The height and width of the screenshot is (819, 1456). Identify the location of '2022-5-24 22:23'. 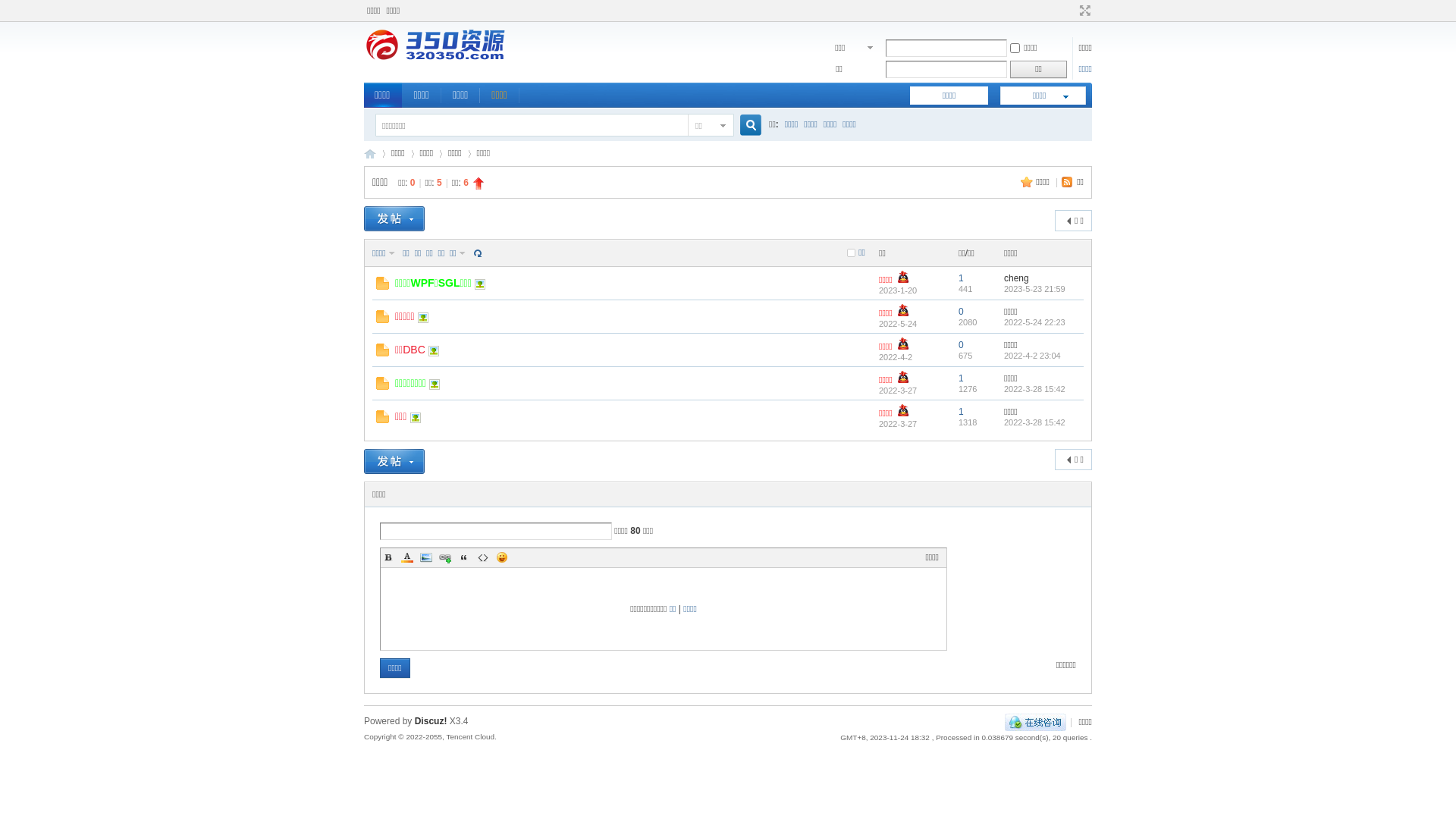
(1034, 321).